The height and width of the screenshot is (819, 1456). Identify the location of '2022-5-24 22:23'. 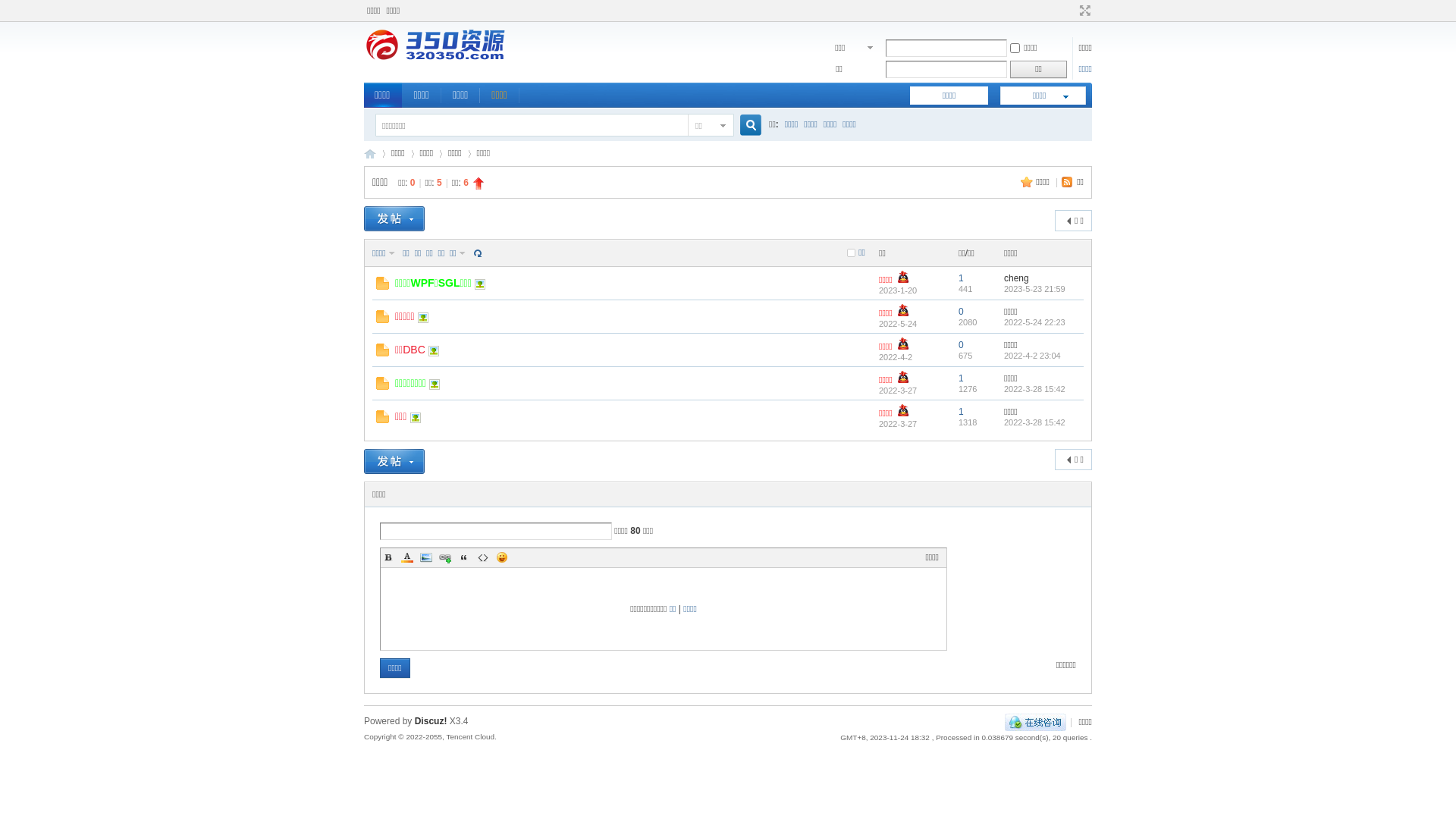
(1034, 321).